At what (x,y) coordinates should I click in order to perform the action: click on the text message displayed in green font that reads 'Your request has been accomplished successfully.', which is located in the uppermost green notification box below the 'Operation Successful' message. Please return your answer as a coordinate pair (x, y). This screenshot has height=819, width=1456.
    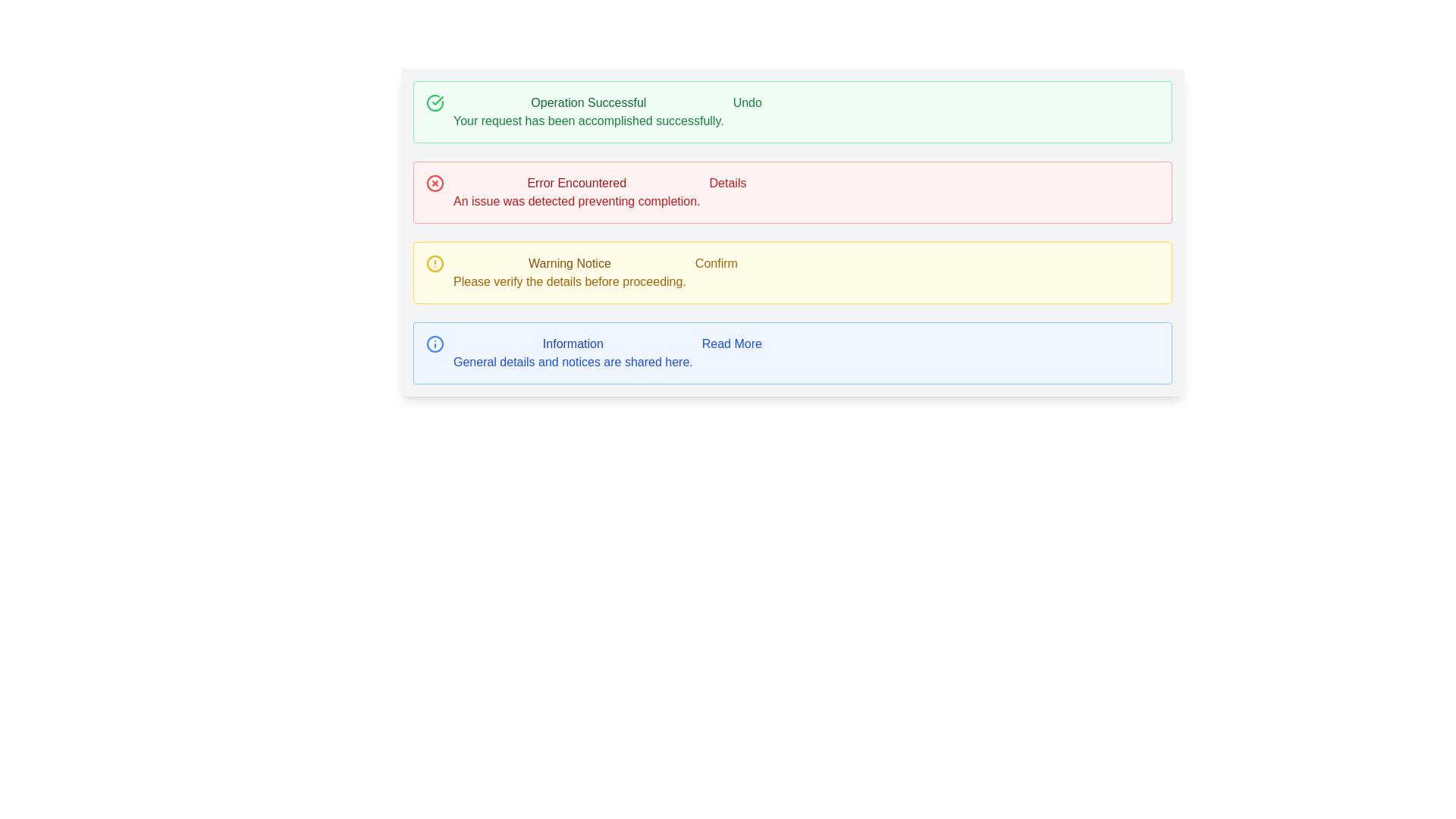
    Looking at the image, I should click on (588, 120).